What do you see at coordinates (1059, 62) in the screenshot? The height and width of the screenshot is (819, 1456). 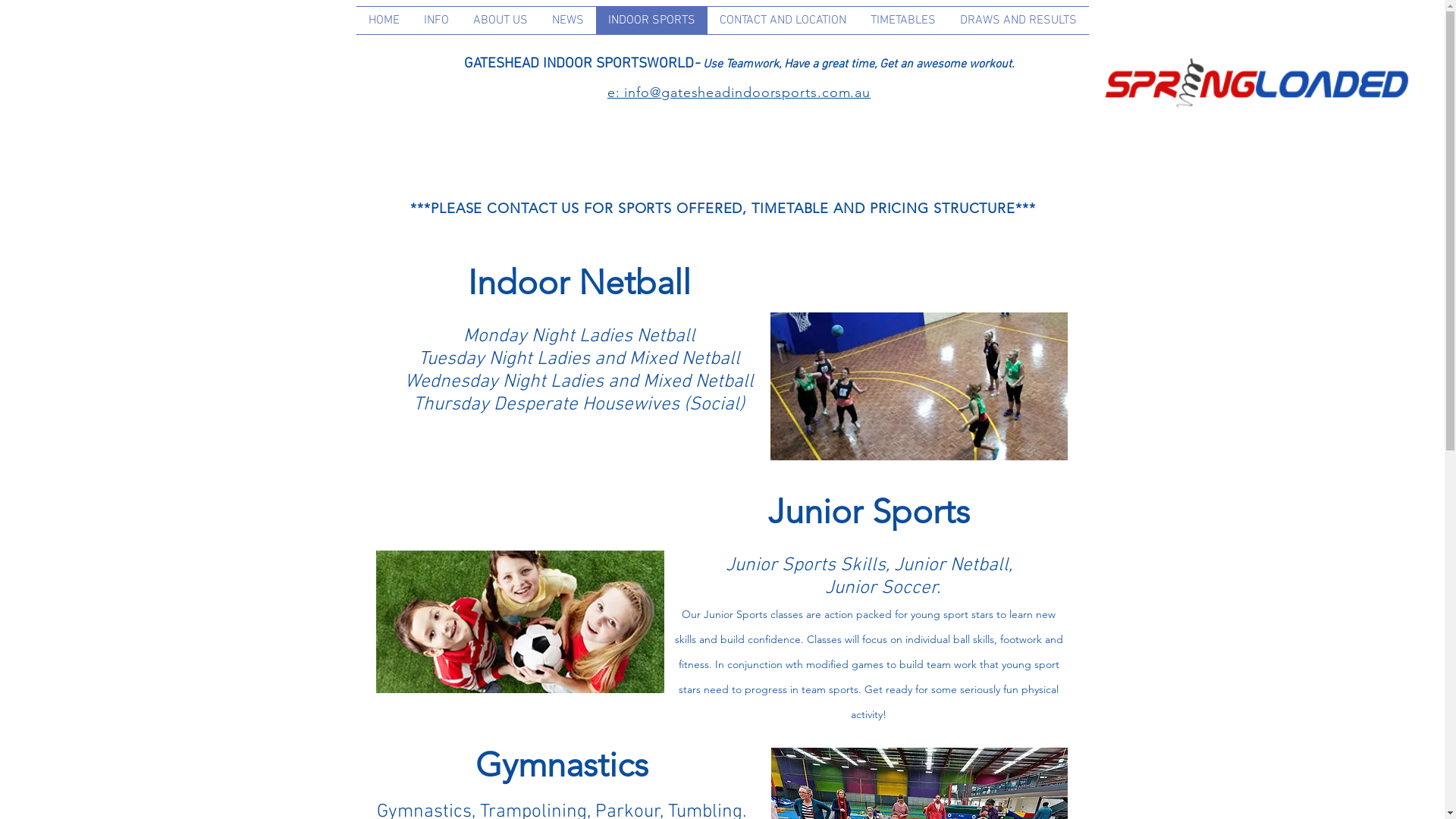 I see `'Embedded Content'` at bounding box center [1059, 62].